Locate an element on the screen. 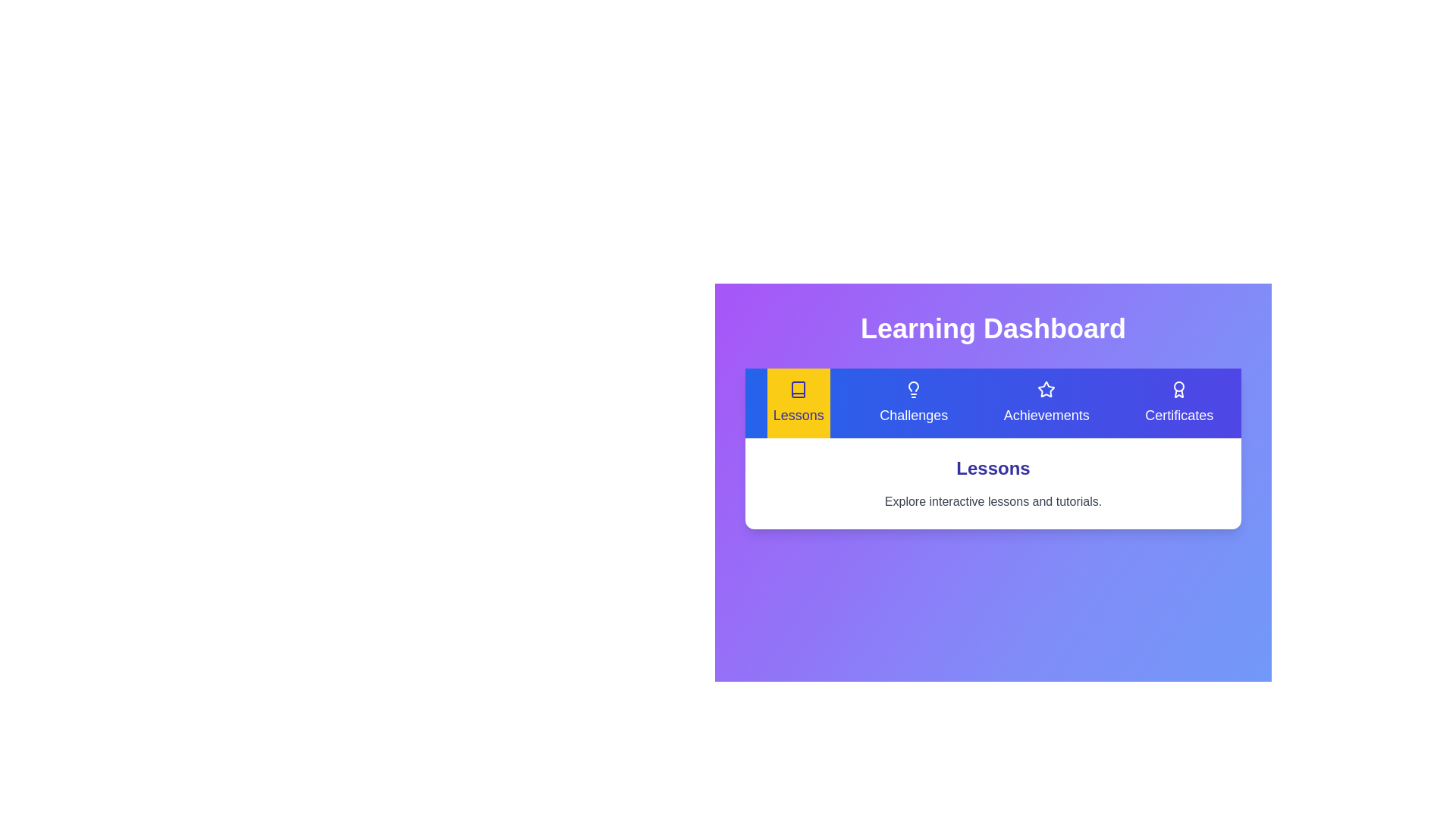 The width and height of the screenshot is (1456, 819). the icon of the tab labeled Challenges is located at coordinates (913, 388).